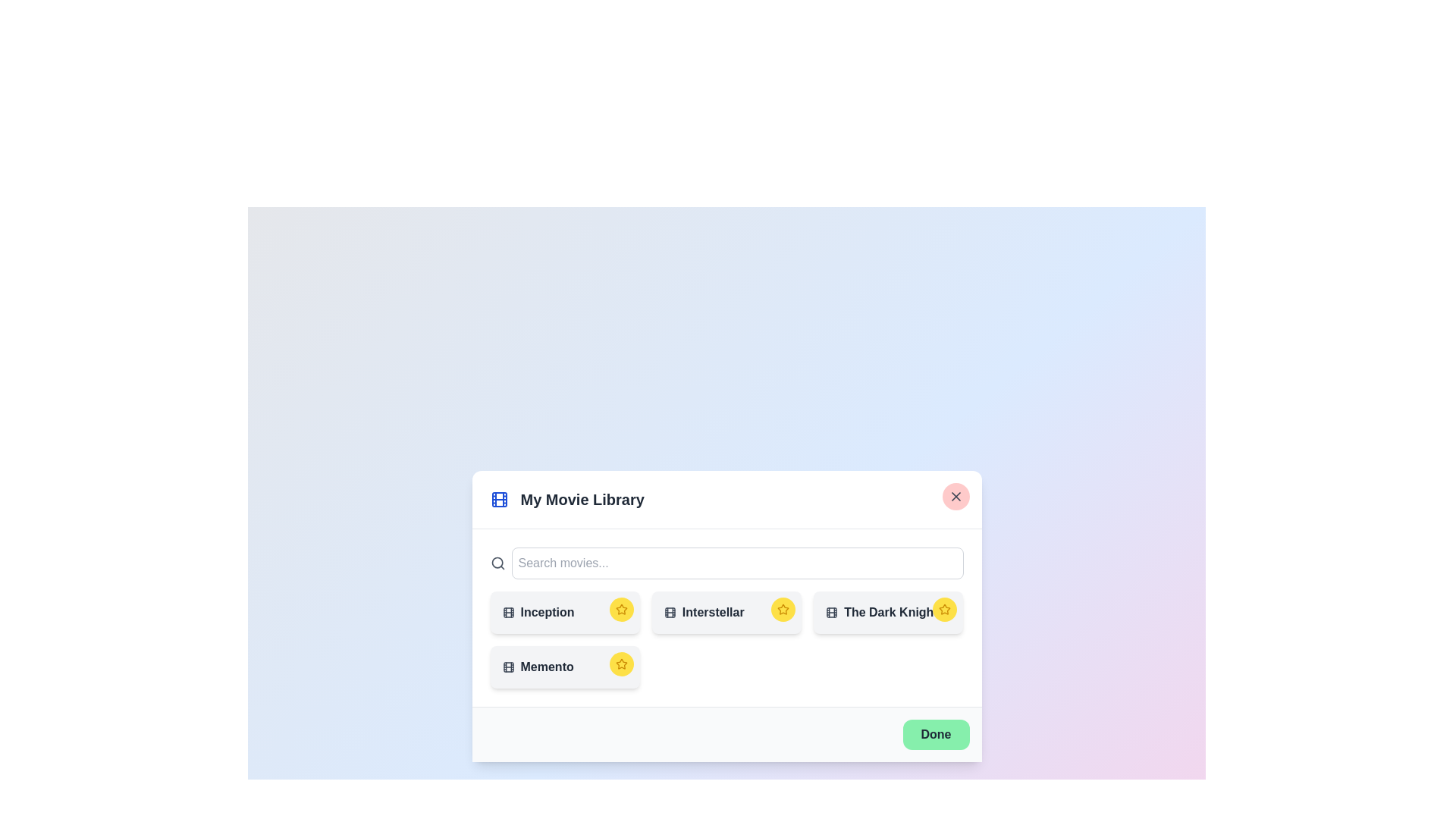  I want to click on the close button located at the top-right corner of the modal titled 'My Movie Library', so click(955, 497).